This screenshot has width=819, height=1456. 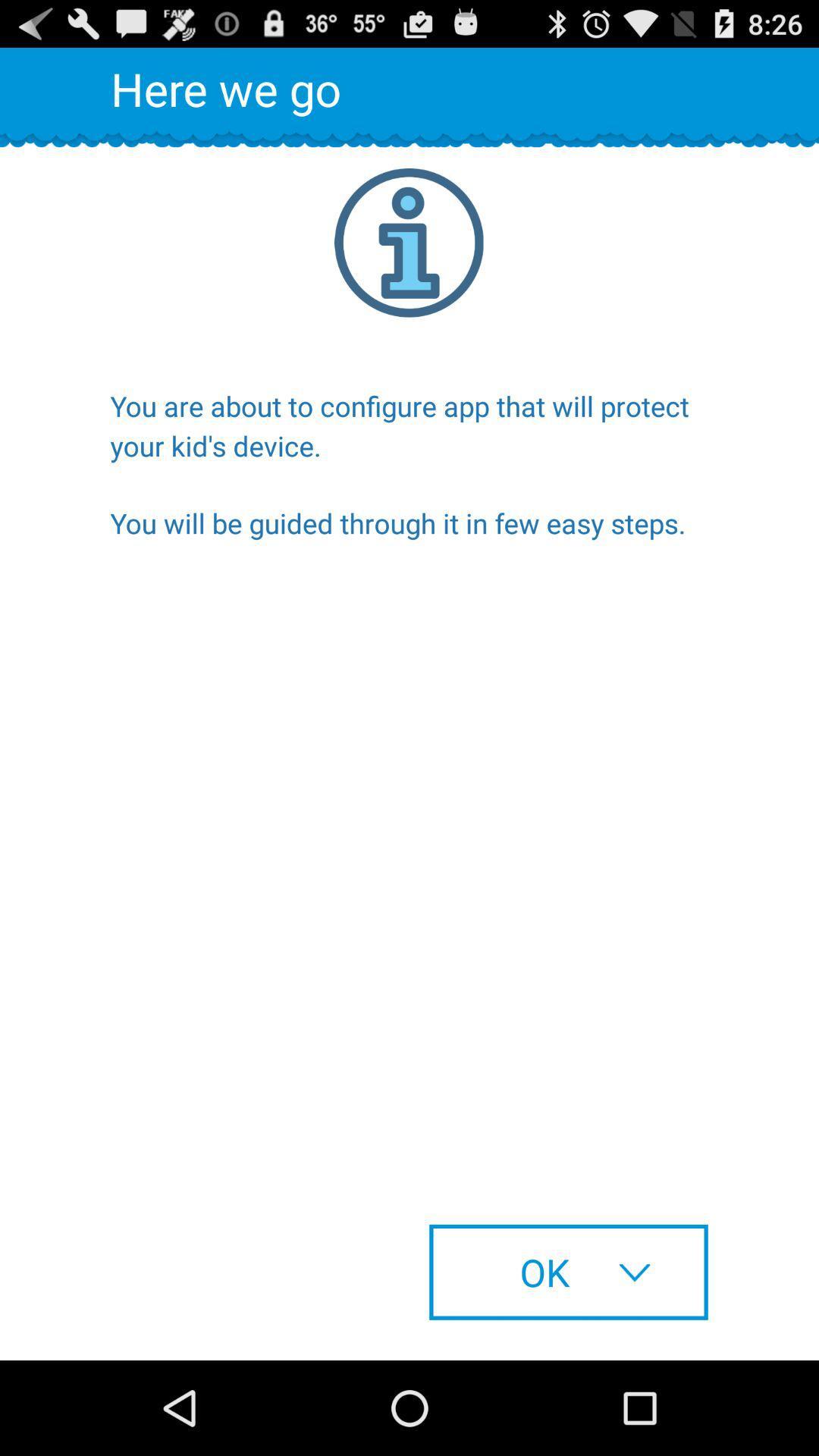 I want to click on the ok at the bottom right corner, so click(x=568, y=1272).